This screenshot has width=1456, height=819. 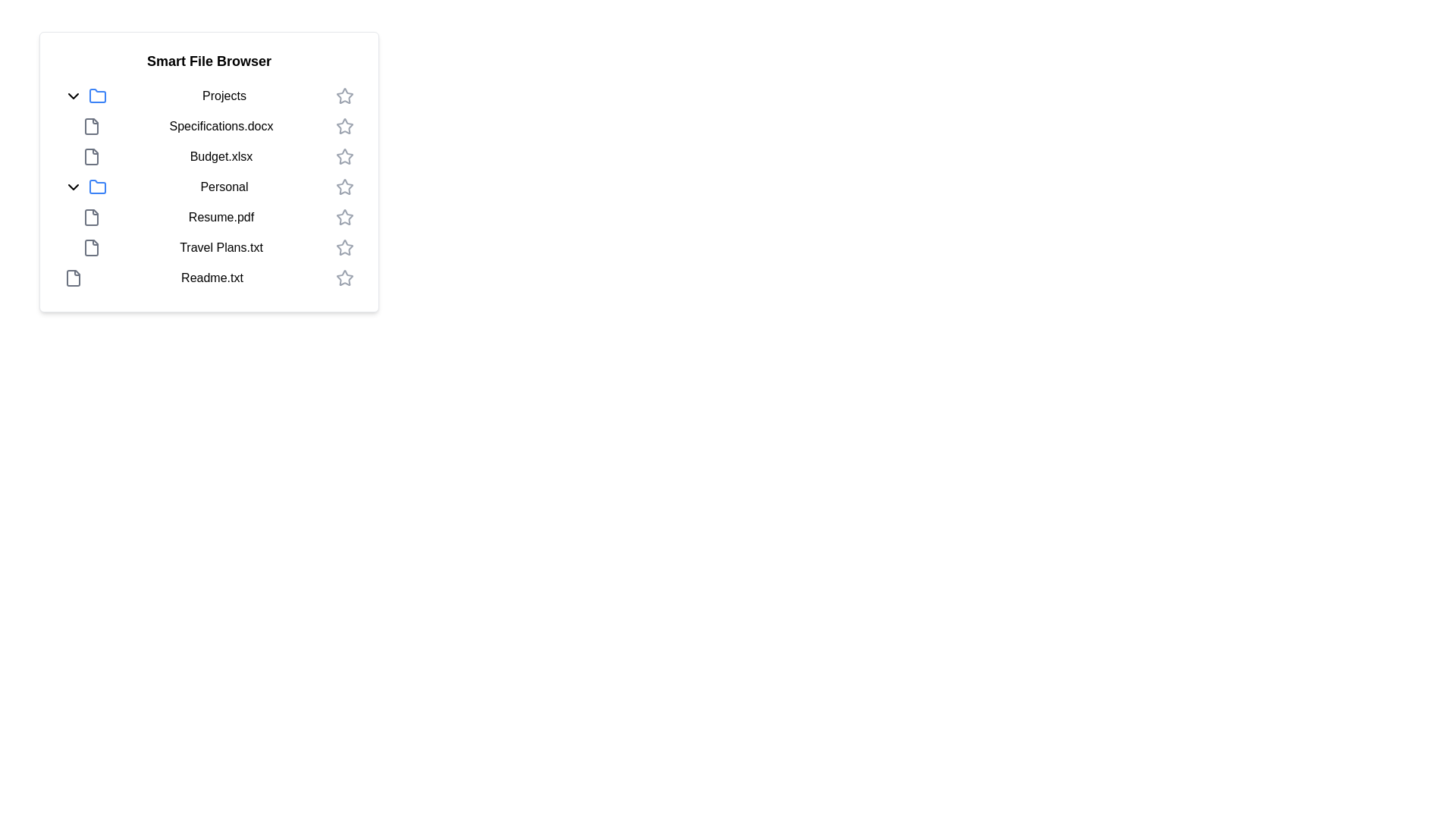 What do you see at coordinates (211, 278) in the screenshot?
I see `to select the file named 'Readme.txt' displayed in black font within the Personal directory of the file browser` at bounding box center [211, 278].